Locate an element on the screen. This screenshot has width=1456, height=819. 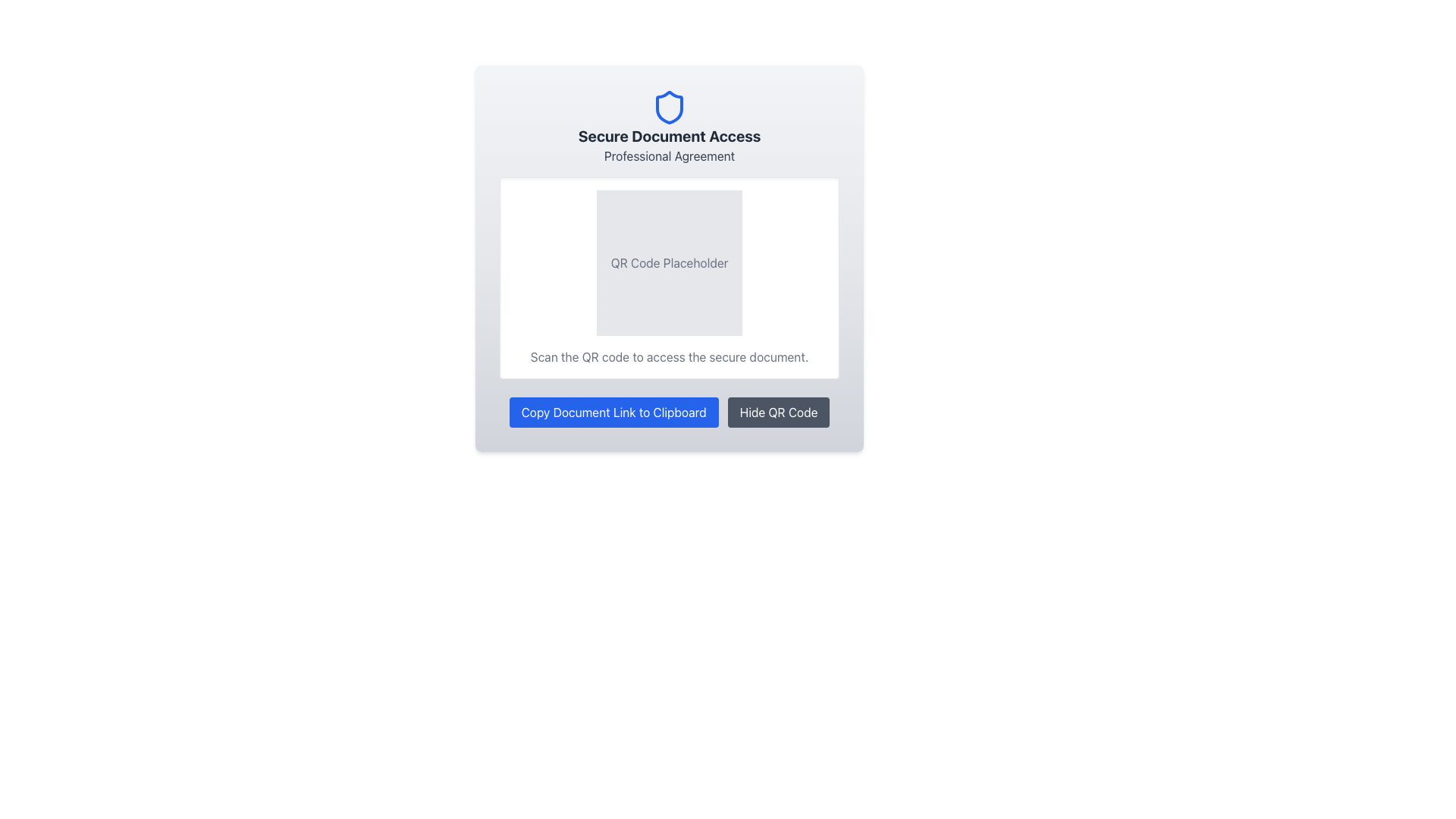
the button below the QR code placeholder to hide the displayed QR code is located at coordinates (779, 412).